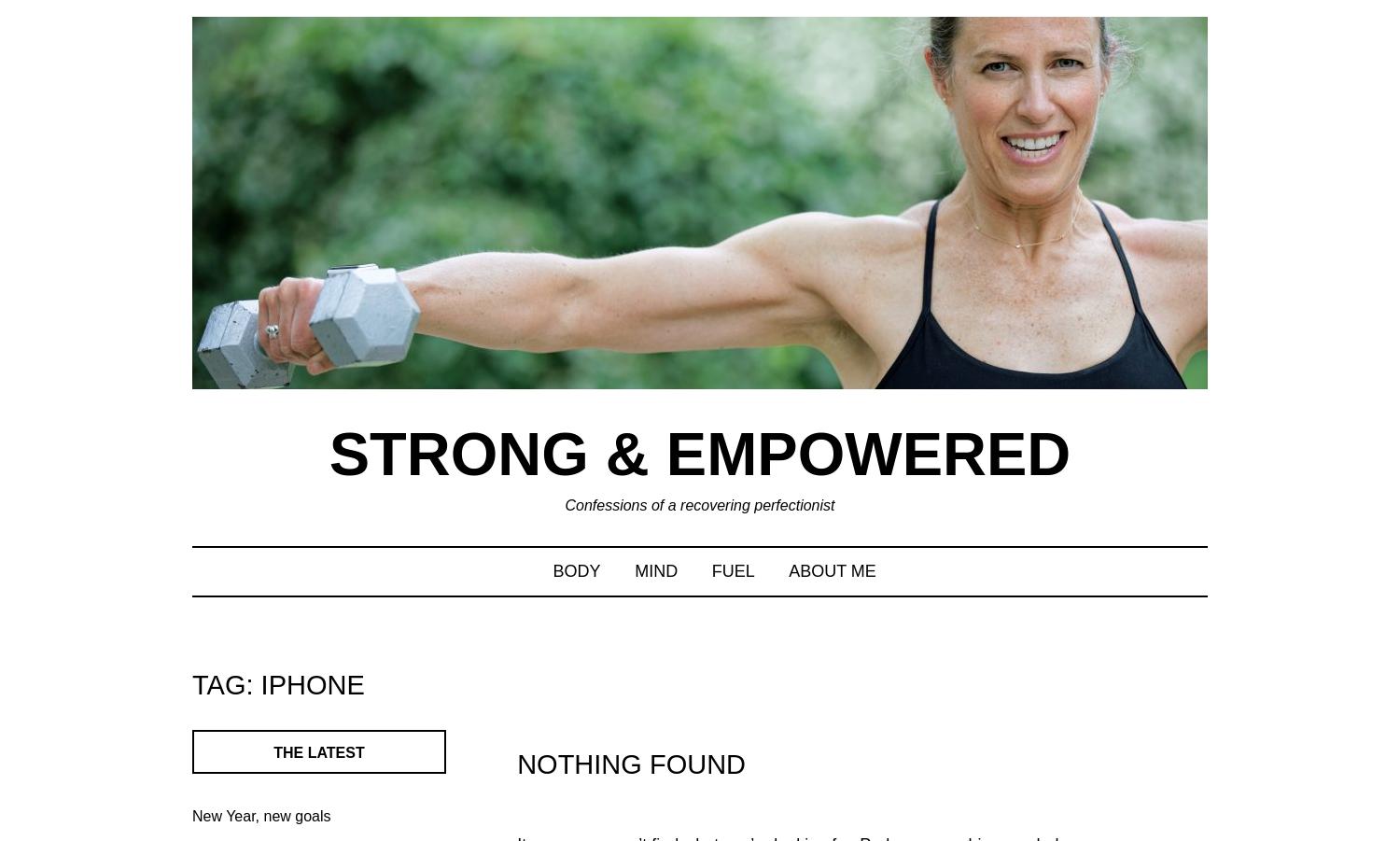 The image size is (1400, 841). I want to click on 'The latest', so click(317, 750).